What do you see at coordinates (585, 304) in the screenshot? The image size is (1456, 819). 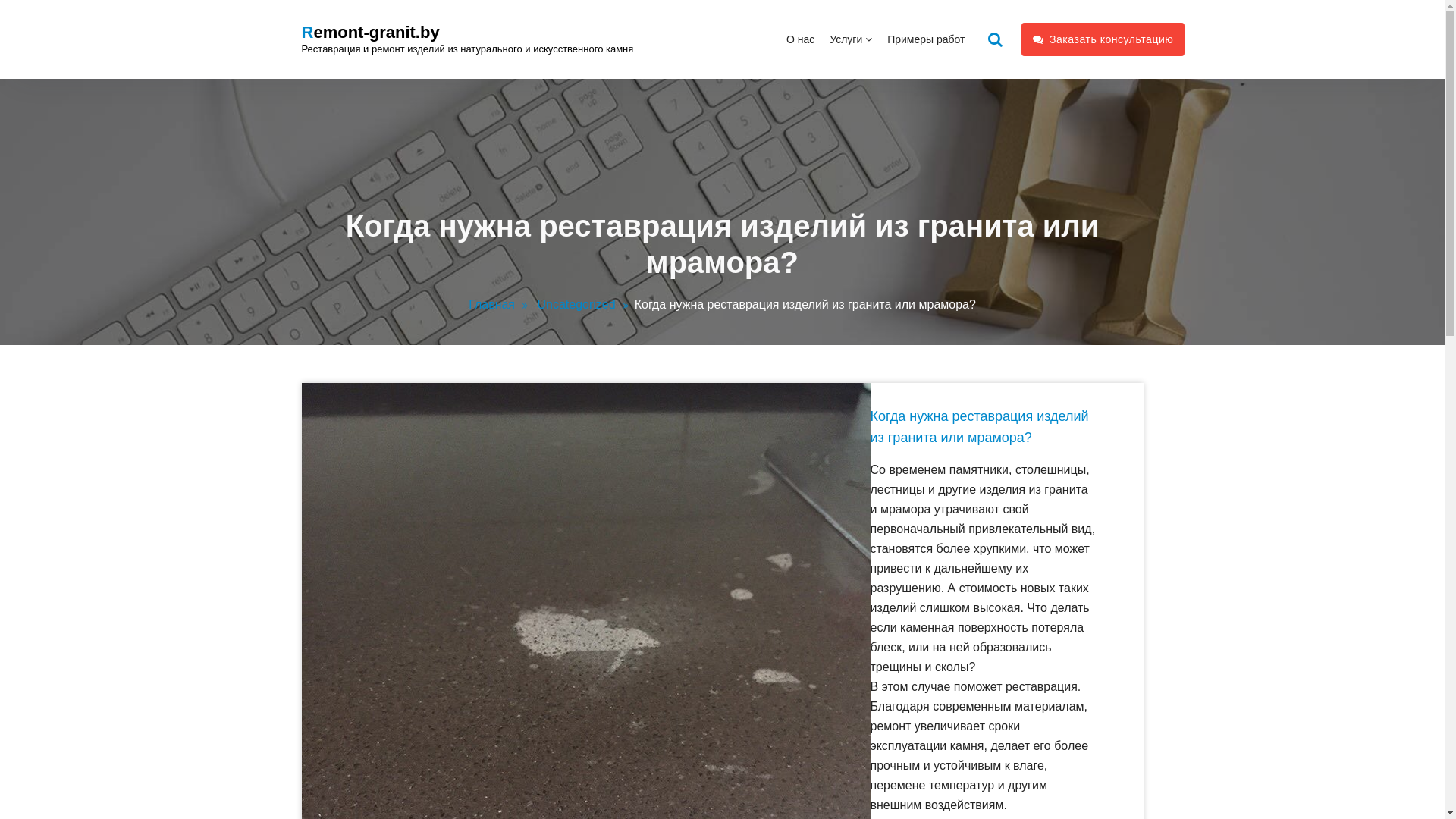 I see `'Uncategorized'` at bounding box center [585, 304].